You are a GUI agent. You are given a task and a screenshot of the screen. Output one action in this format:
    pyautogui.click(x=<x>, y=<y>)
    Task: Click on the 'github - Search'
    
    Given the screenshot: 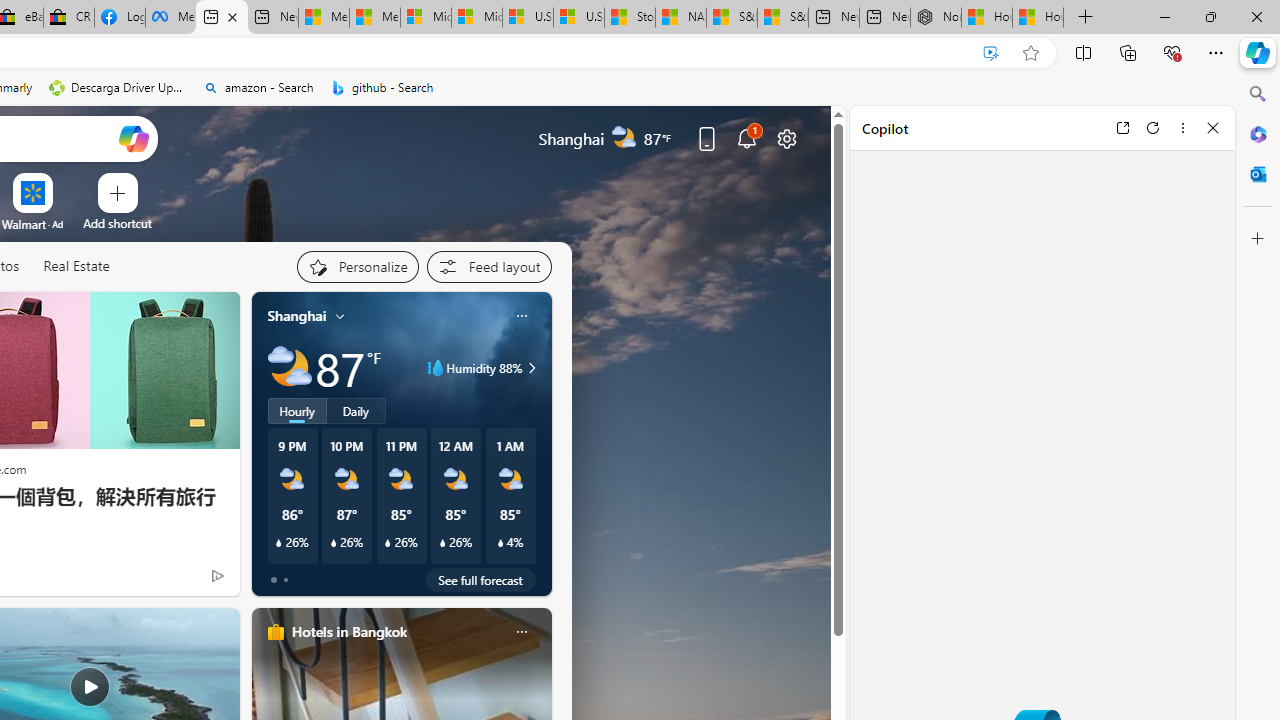 What is the action you would take?
    pyautogui.click(x=382, y=87)
    